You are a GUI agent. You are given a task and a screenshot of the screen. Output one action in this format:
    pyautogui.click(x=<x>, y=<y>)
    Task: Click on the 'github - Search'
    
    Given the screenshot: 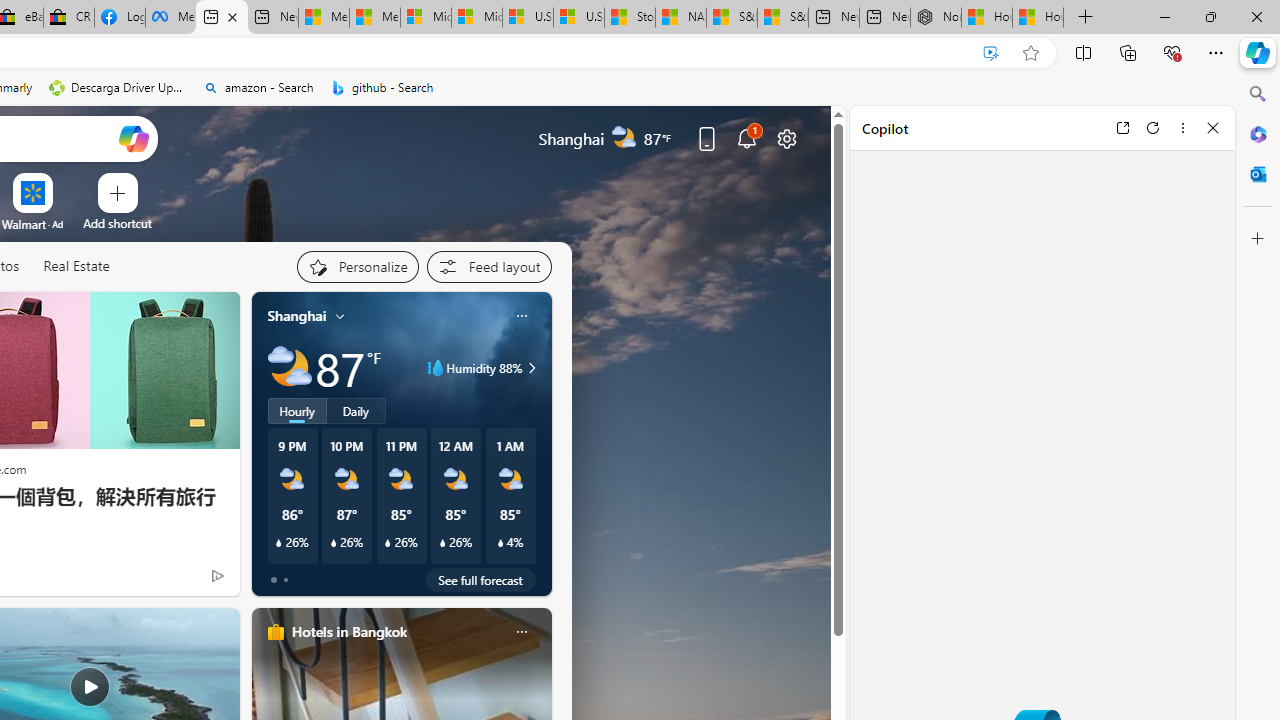 What is the action you would take?
    pyautogui.click(x=382, y=87)
    